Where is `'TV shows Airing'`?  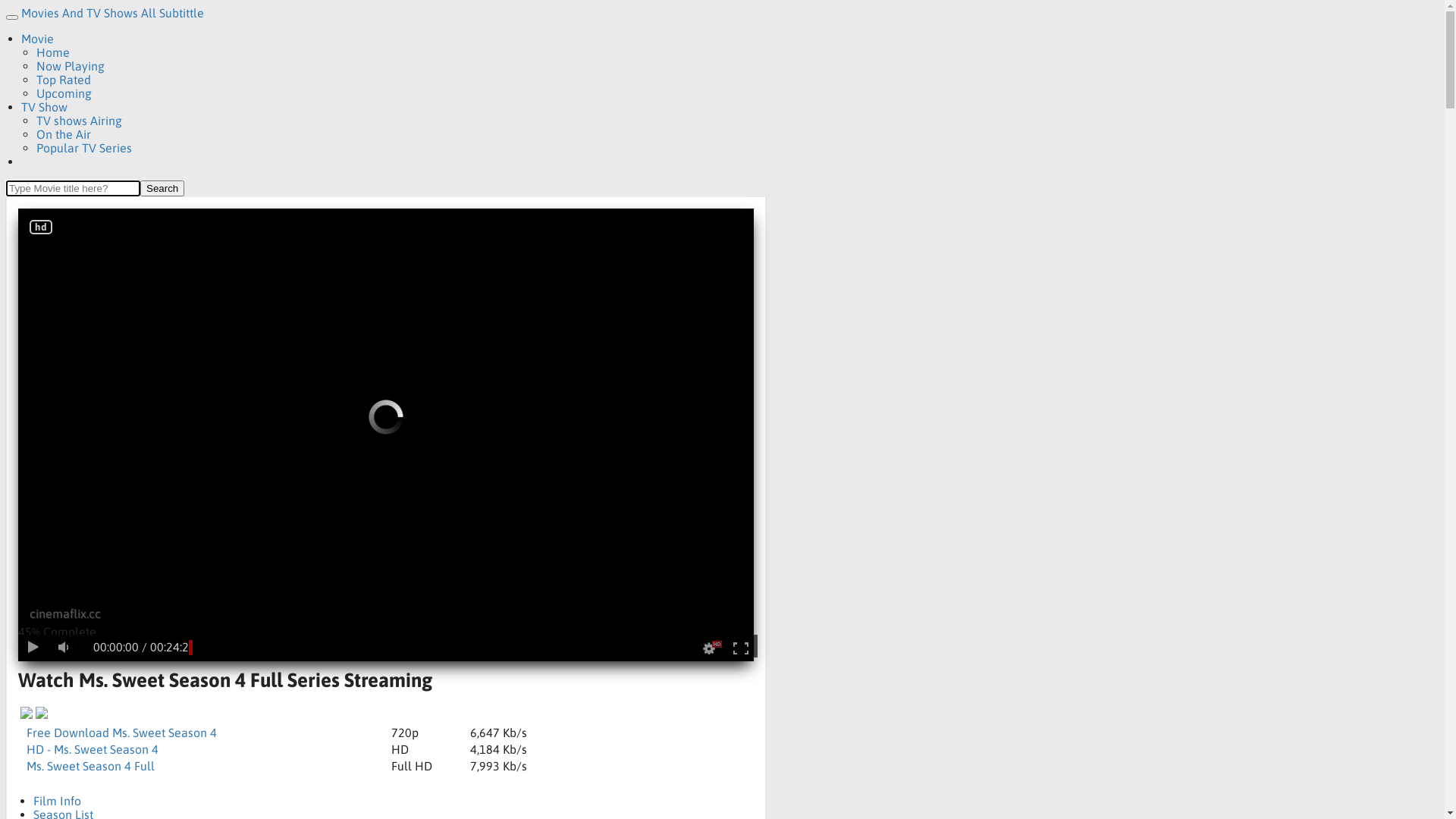
'TV shows Airing' is located at coordinates (78, 119).